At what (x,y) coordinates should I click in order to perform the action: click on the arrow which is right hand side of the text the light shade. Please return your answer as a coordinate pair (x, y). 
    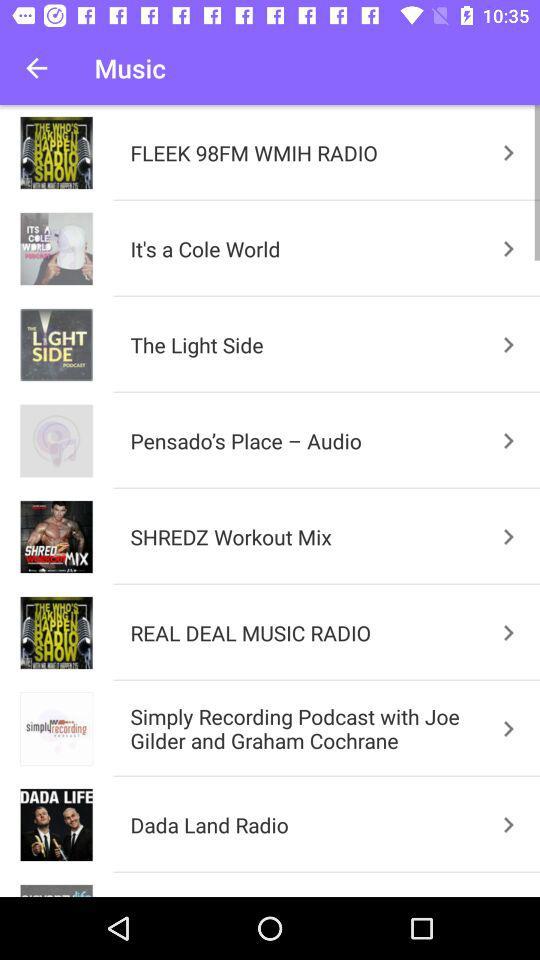
    Looking at the image, I should click on (509, 345).